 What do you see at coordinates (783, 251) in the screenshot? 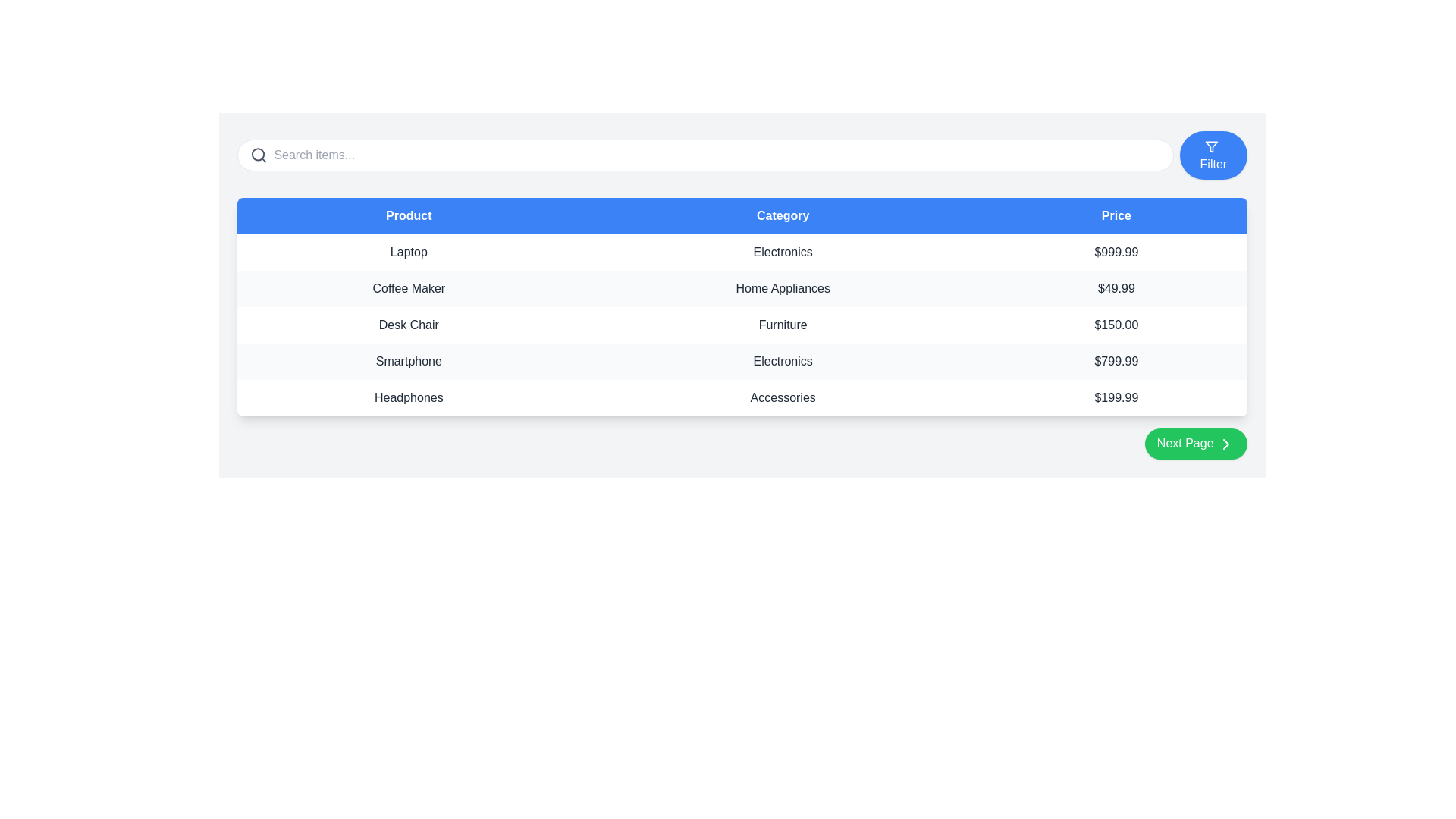
I see `text of the 'Electronics' category label in the table that indicates the item 'Laptop' belongs to this category` at bounding box center [783, 251].